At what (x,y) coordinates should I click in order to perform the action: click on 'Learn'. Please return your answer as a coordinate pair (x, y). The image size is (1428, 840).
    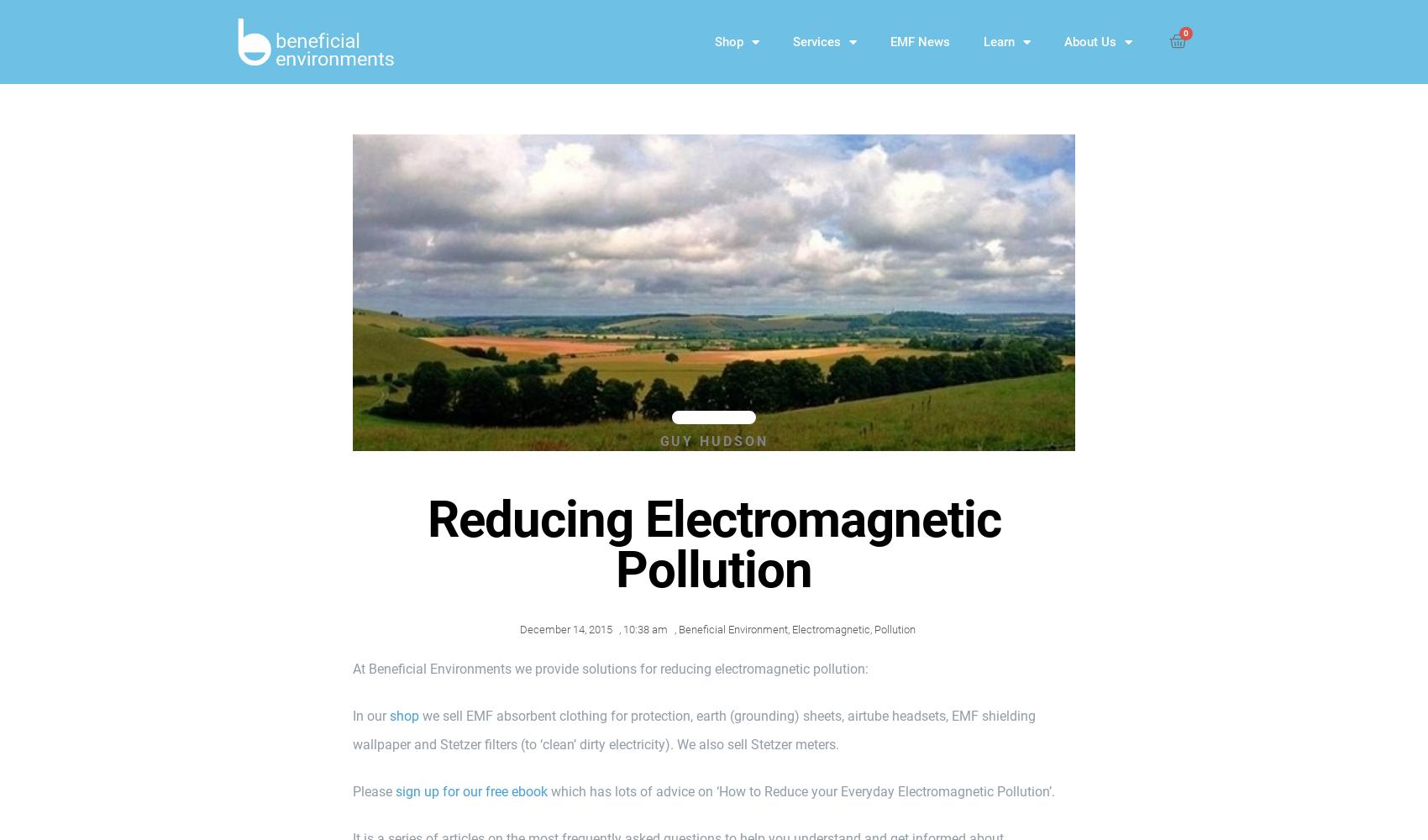
    Looking at the image, I should click on (998, 42).